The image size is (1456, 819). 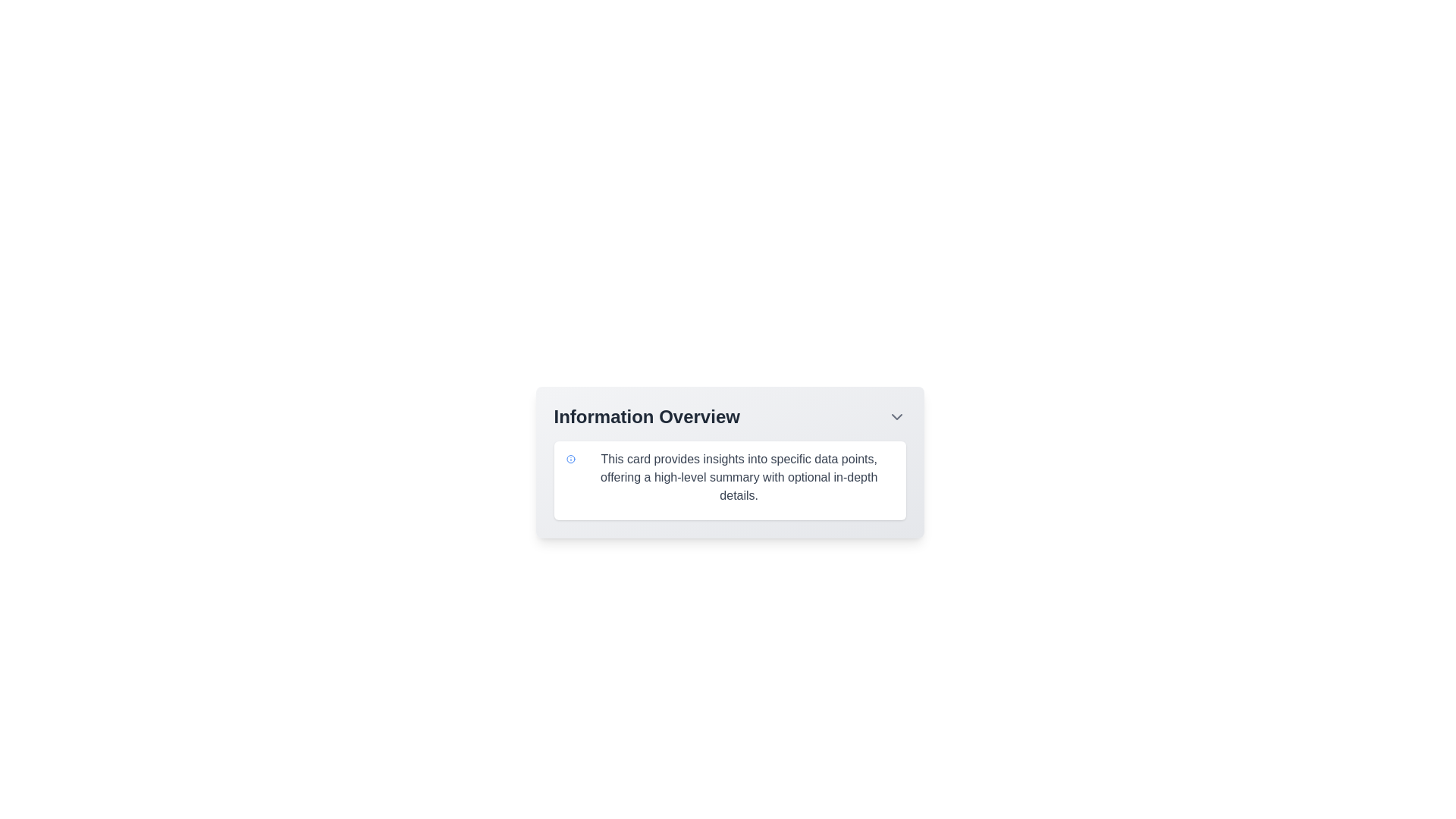 What do you see at coordinates (896, 417) in the screenshot?
I see `the icon button located at the upper-right corner of the 'Information Overview' section` at bounding box center [896, 417].